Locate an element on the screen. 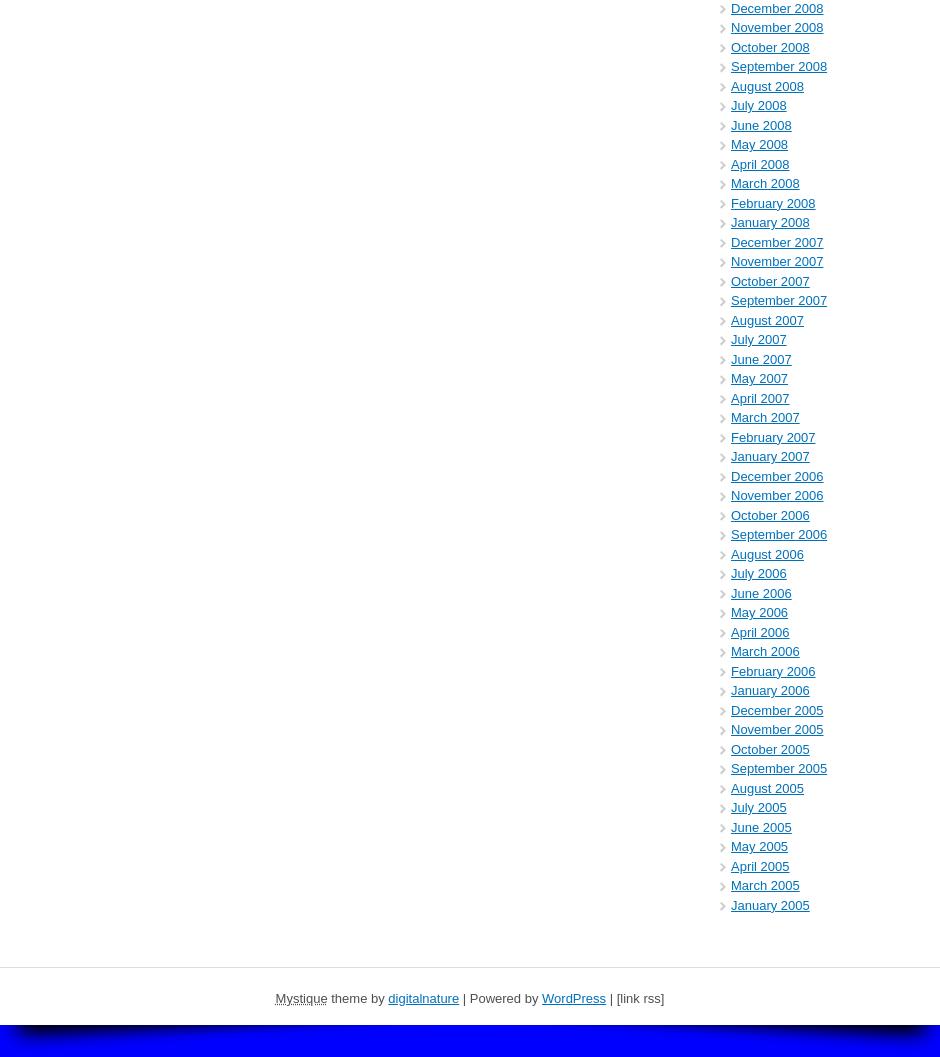 This screenshot has height=1057, width=940. 'October 2005' is located at coordinates (768, 747).